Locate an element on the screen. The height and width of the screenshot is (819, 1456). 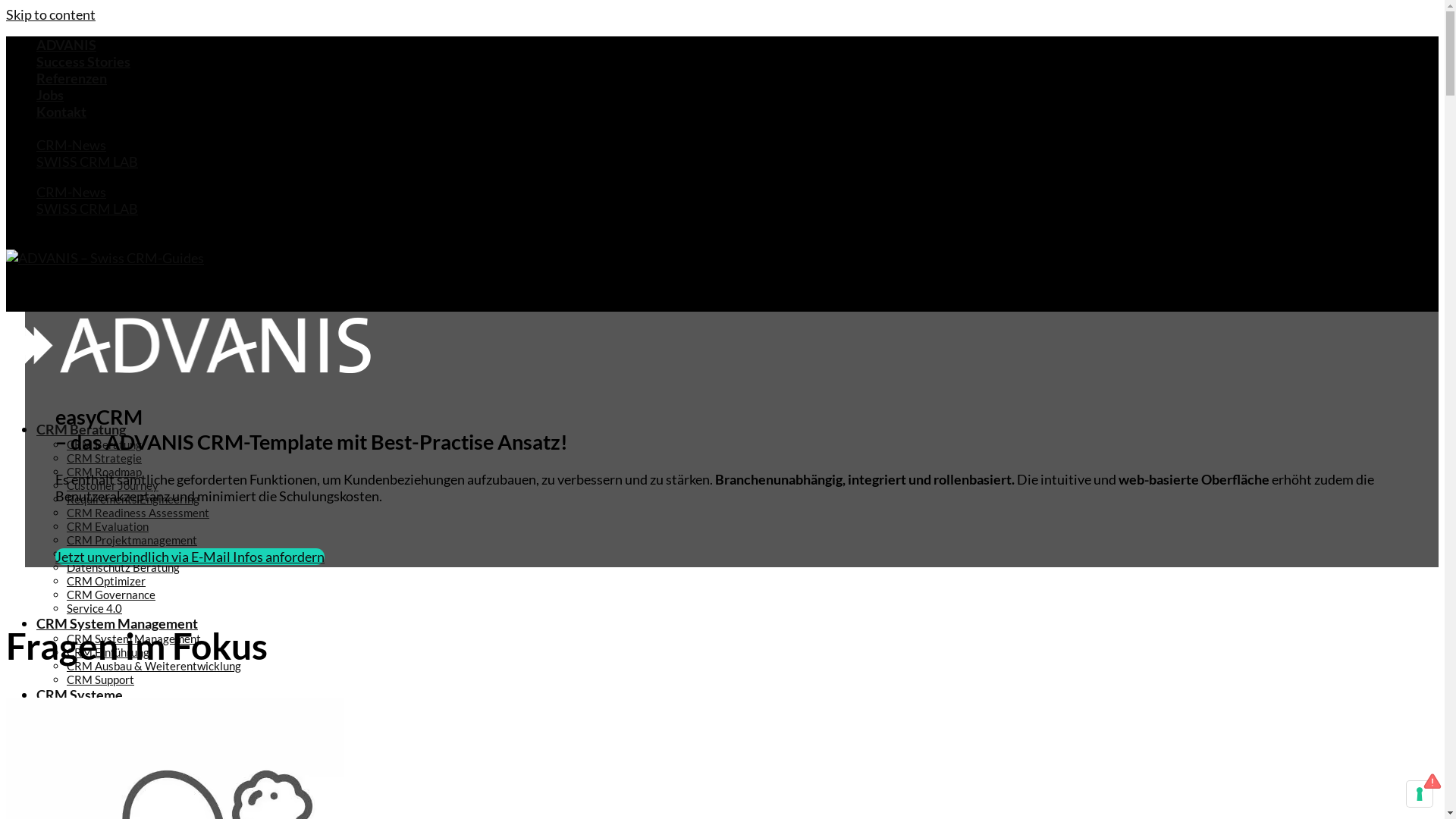
'CRM Optimizer' is located at coordinates (105, 580).